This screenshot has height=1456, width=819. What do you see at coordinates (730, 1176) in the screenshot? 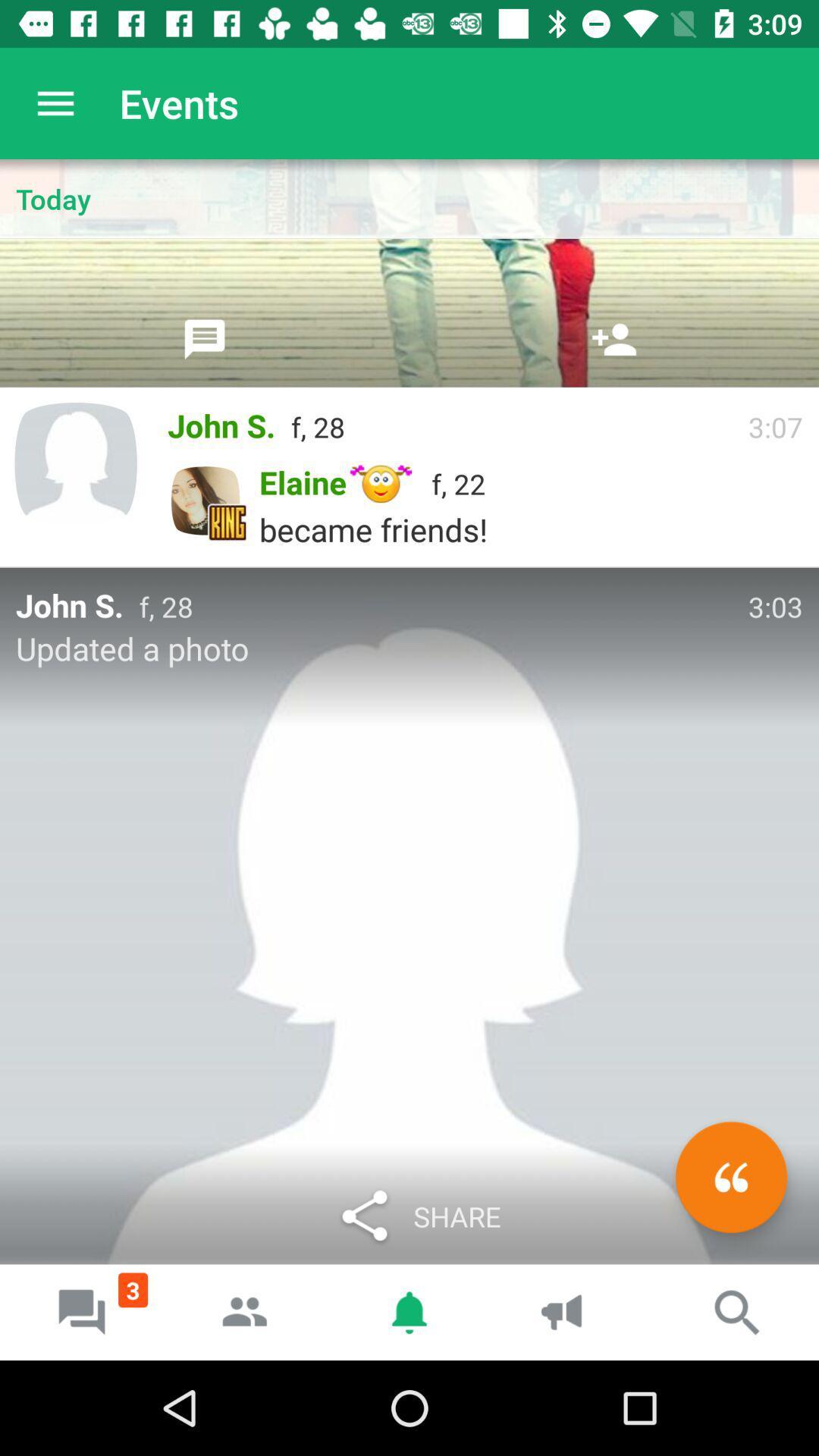
I see `comment` at bounding box center [730, 1176].